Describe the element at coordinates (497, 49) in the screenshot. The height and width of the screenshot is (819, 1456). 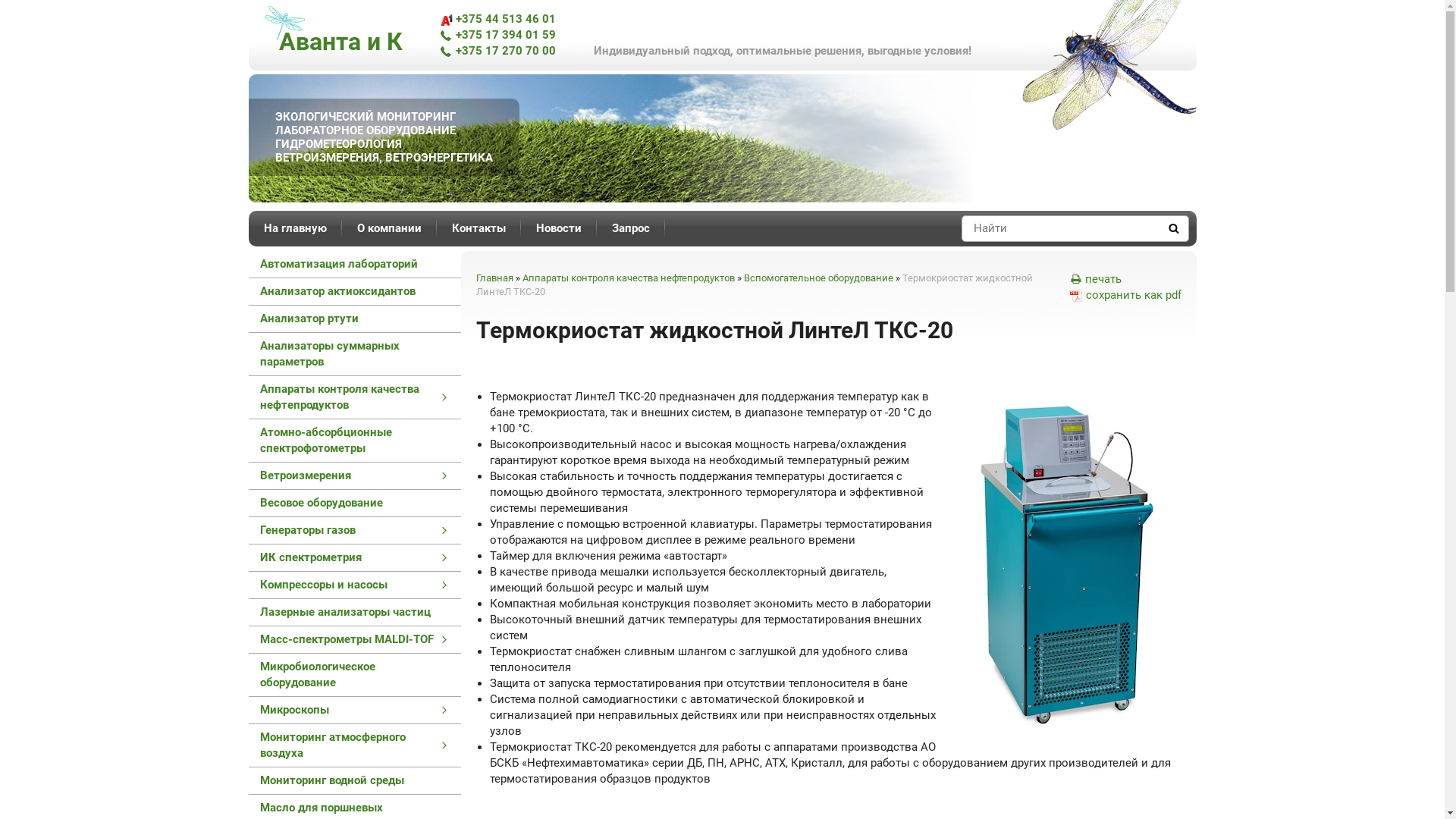
I see `'+375 17 270 70 00'` at that location.